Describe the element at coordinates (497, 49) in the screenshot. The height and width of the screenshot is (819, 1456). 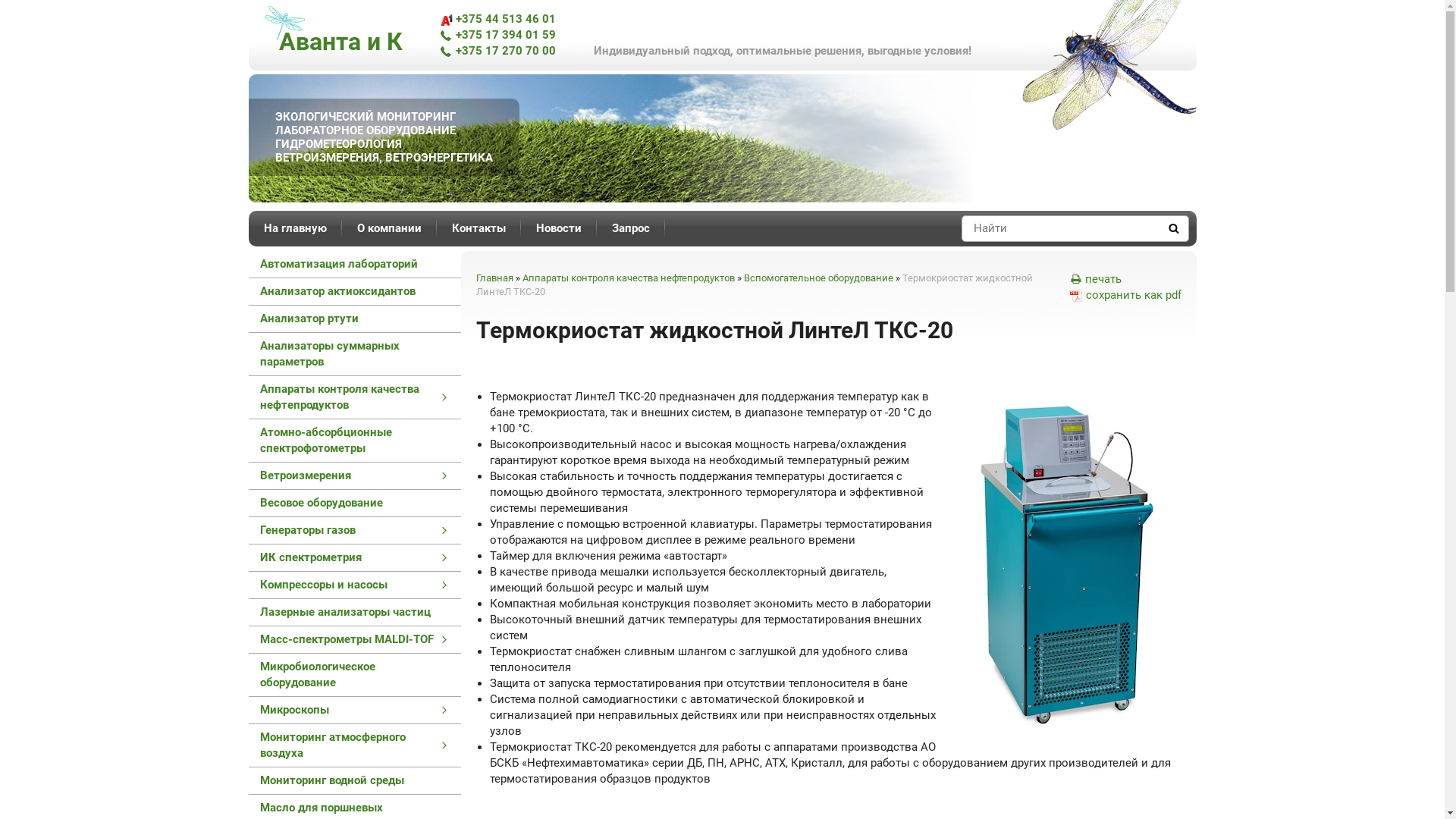
I see `'+375 17 270 70 00'` at that location.